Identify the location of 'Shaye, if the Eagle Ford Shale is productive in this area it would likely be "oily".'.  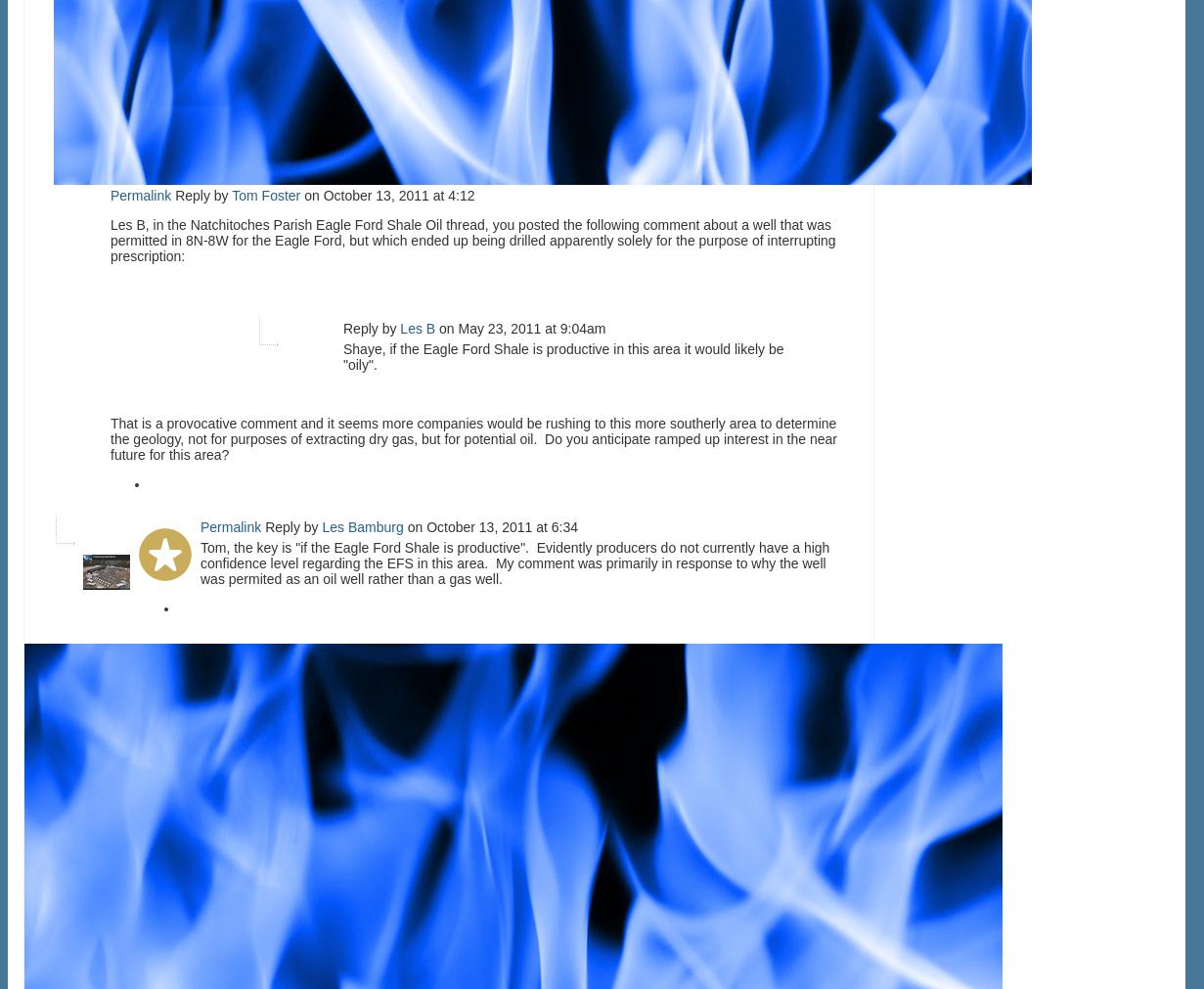
(562, 355).